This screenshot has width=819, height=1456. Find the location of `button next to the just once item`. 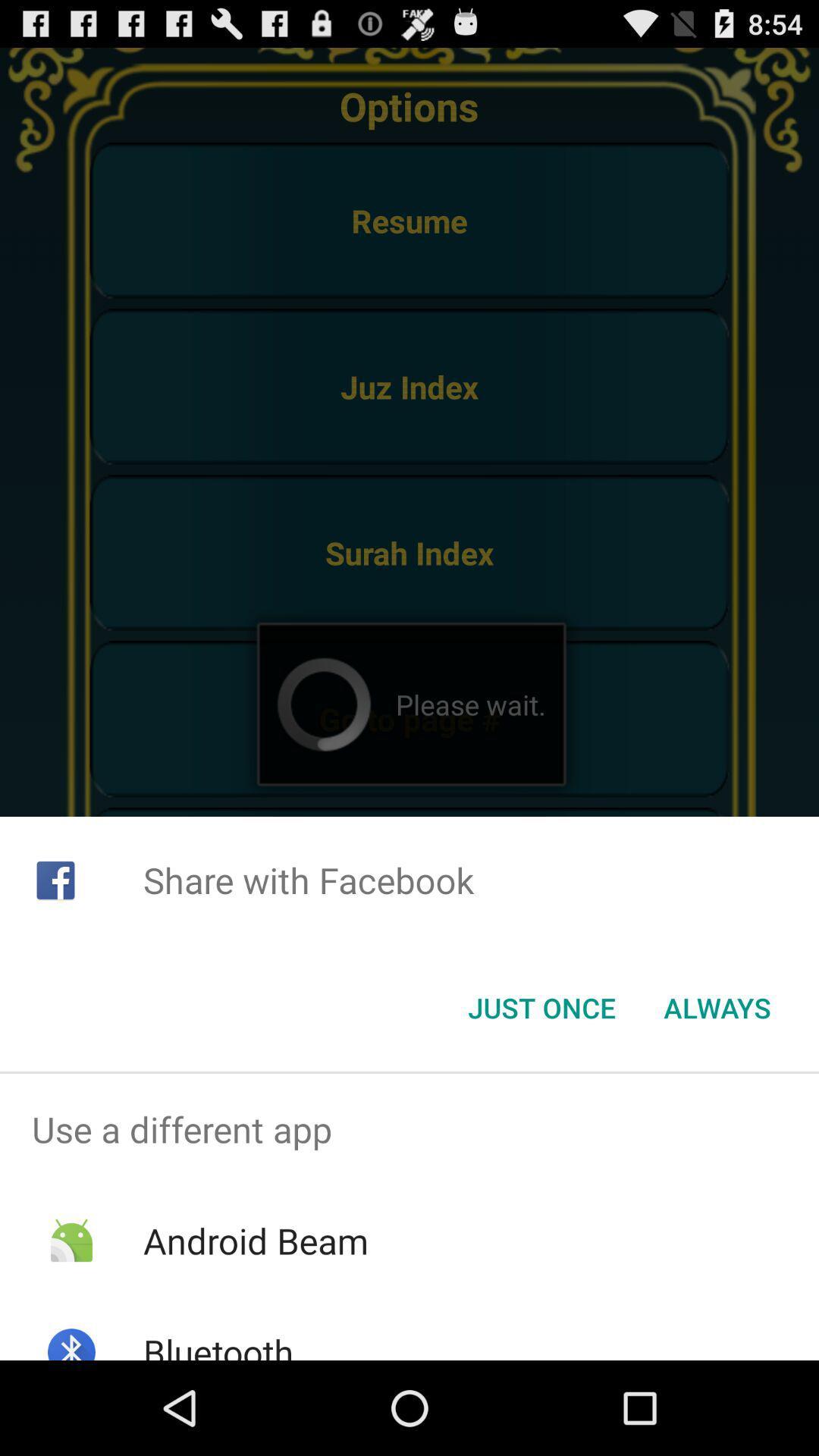

button next to the just once item is located at coordinates (717, 1008).